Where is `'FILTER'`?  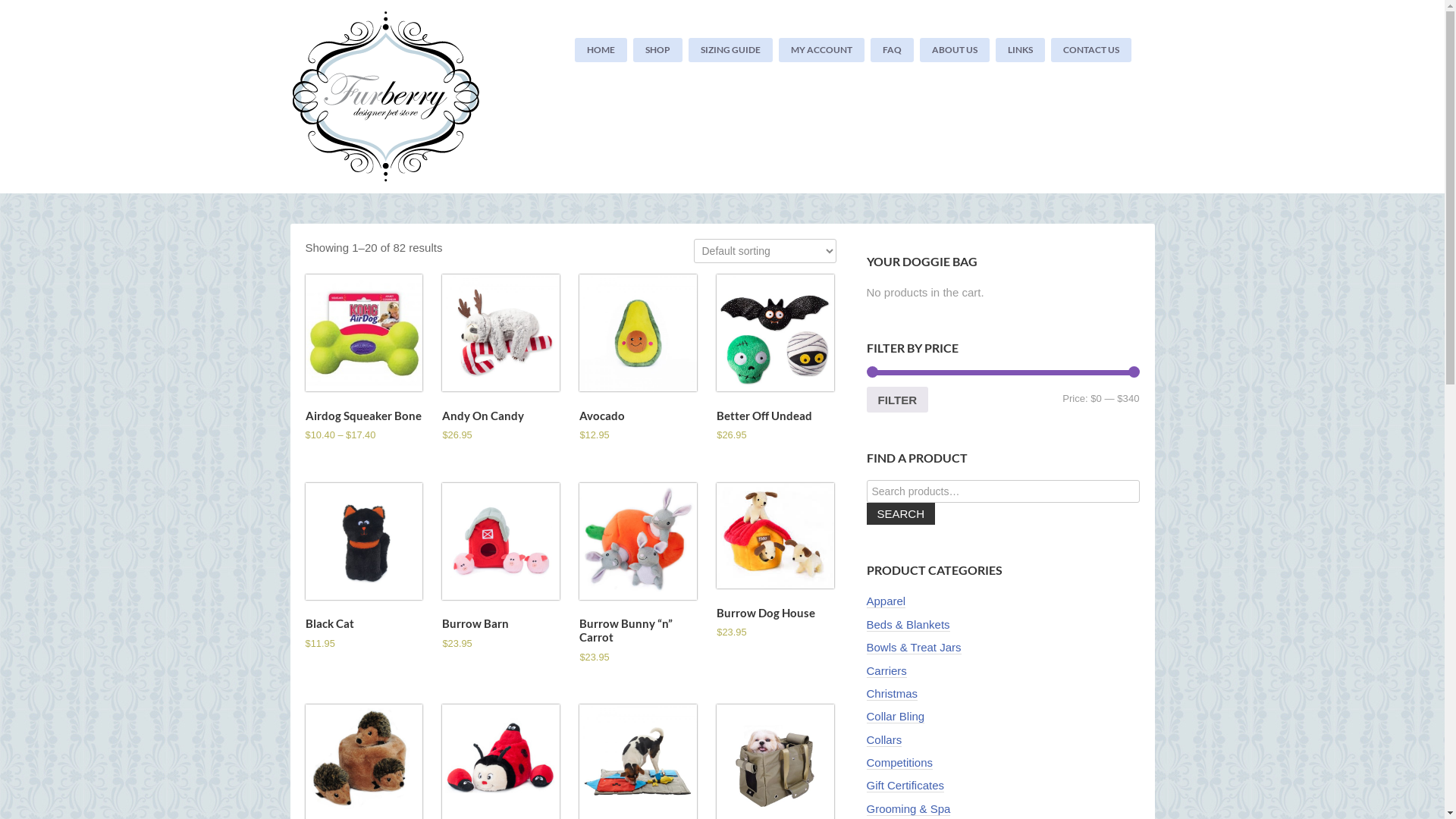 'FILTER' is located at coordinates (896, 399).